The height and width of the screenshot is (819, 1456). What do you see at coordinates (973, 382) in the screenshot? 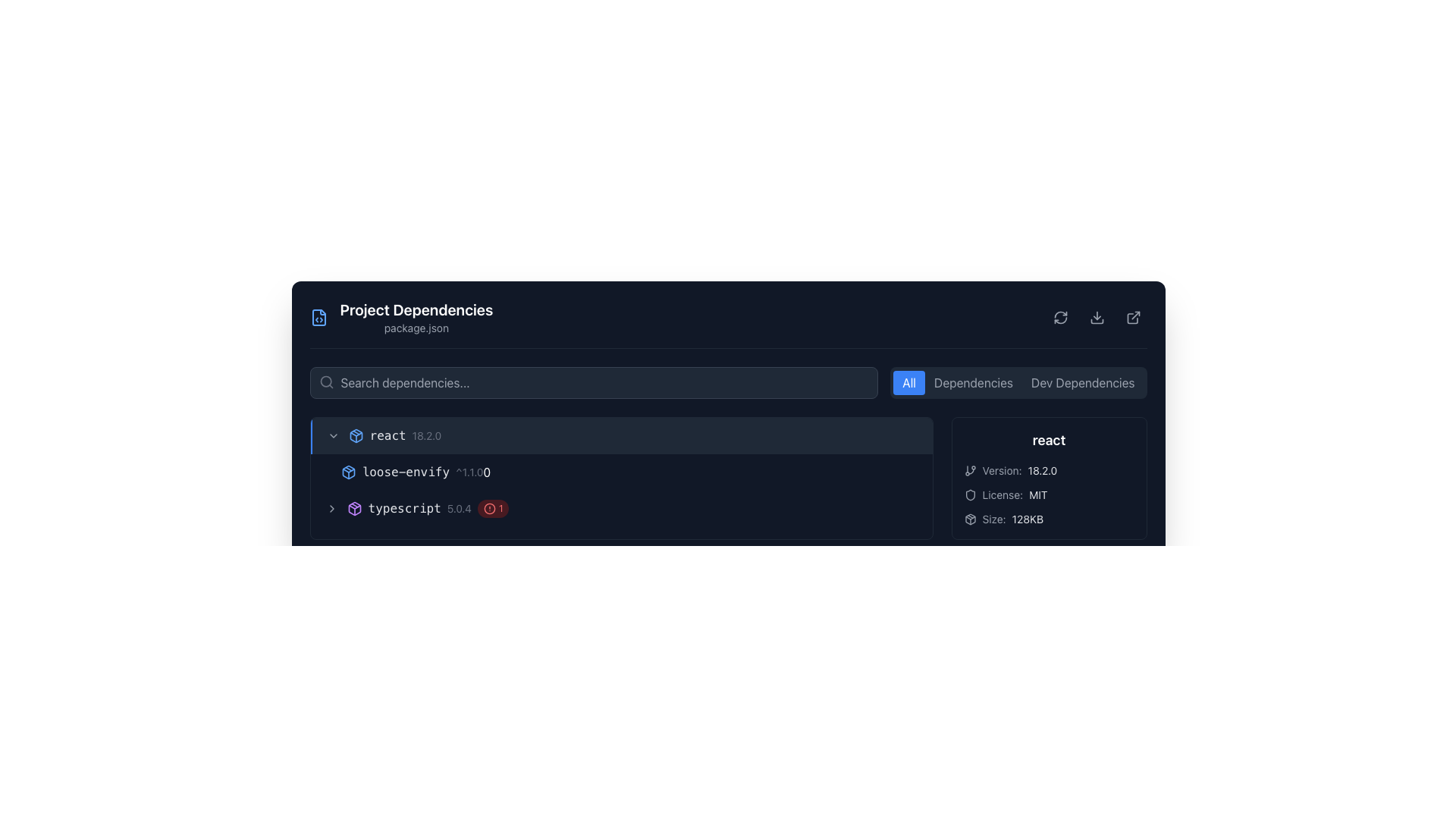
I see `the 'Dependencies' filter button located in the middle of a row of three buttons, allowing users to view specific categories of items` at bounding box center [973, 382].